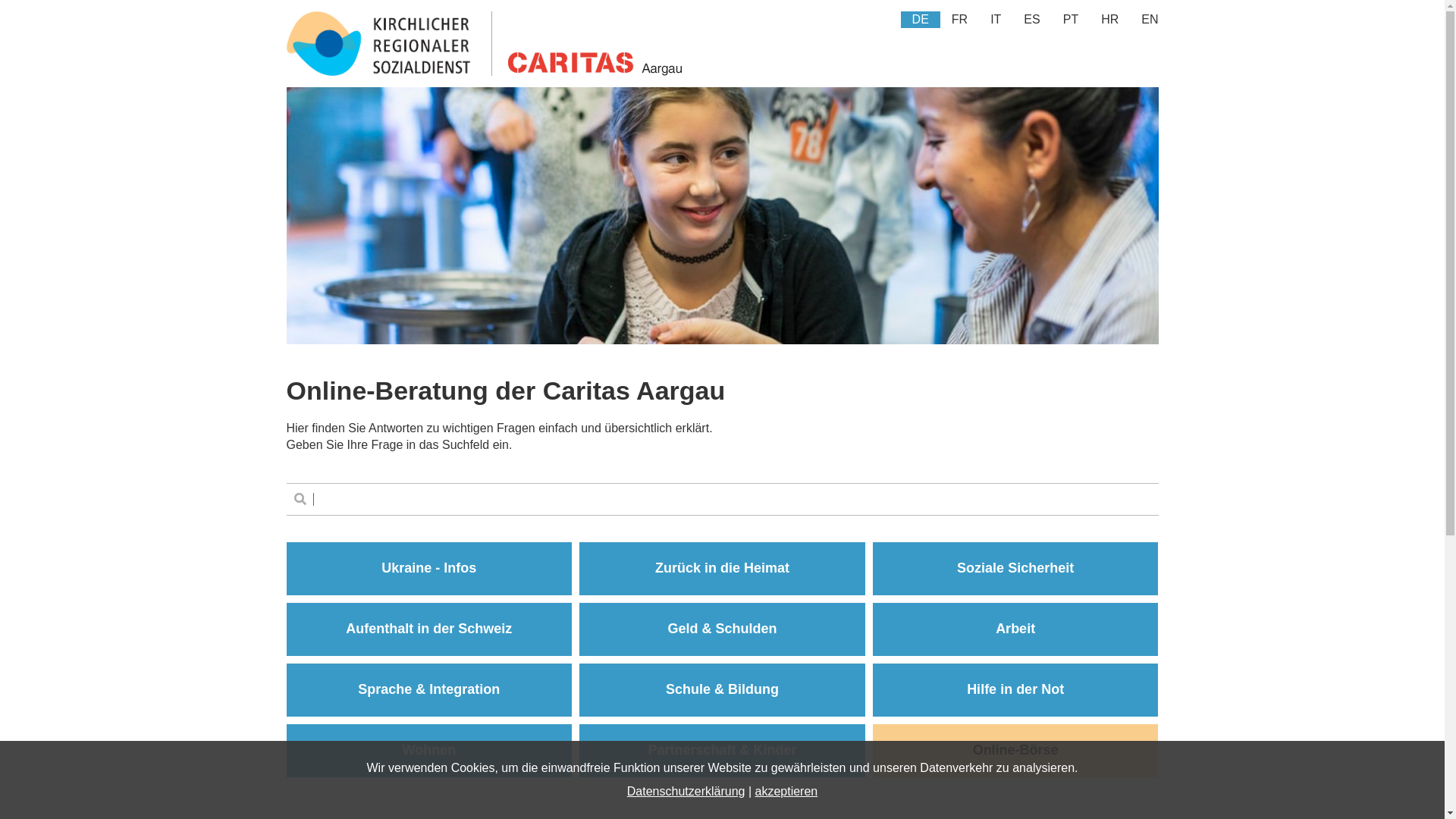 Image resolution: width=1456 pixels, height=819 pixels. I want to click on 'ES', so click(1012, 20).